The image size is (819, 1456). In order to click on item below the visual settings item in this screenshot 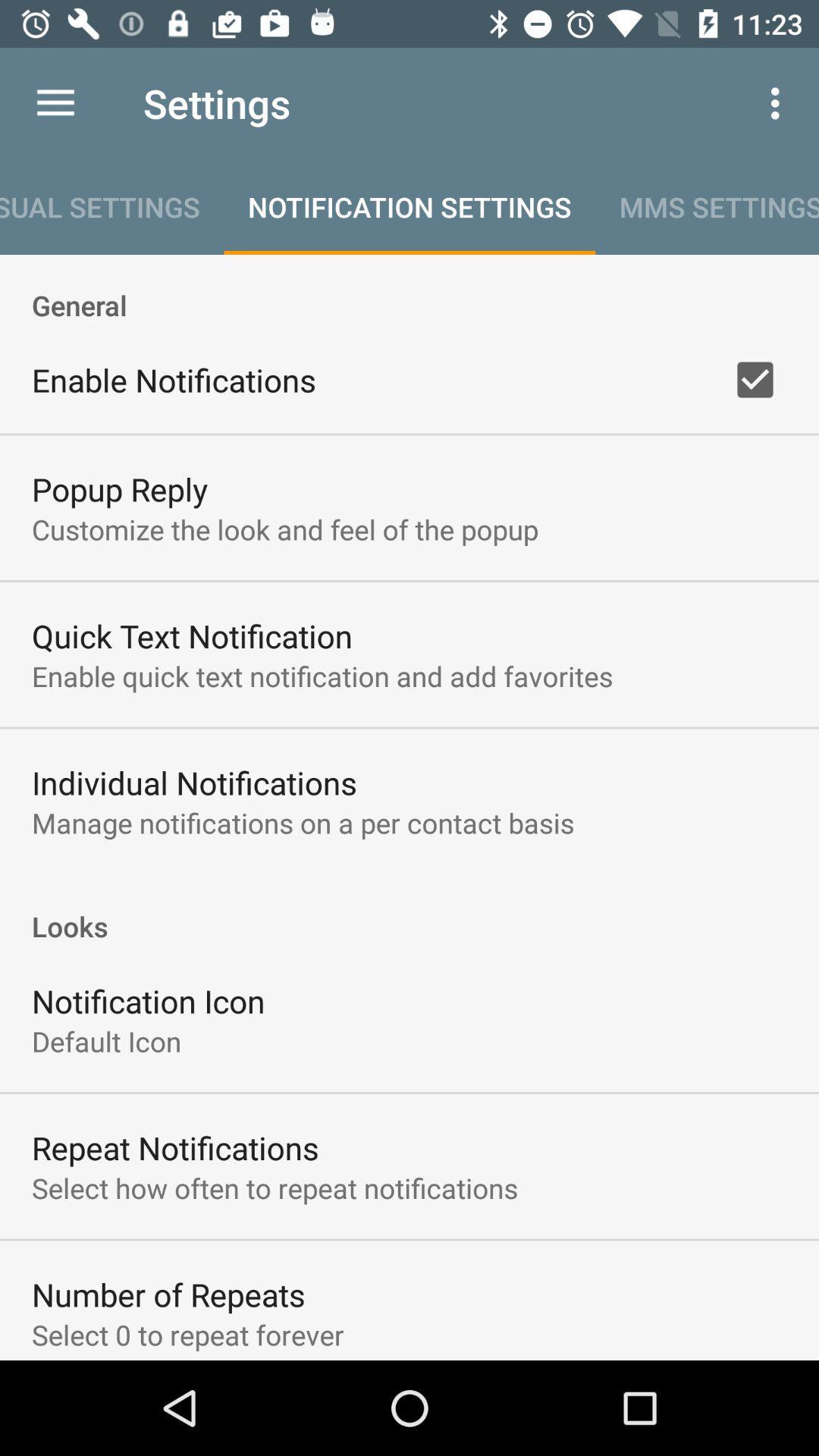, I will do `click(409, 289)`.